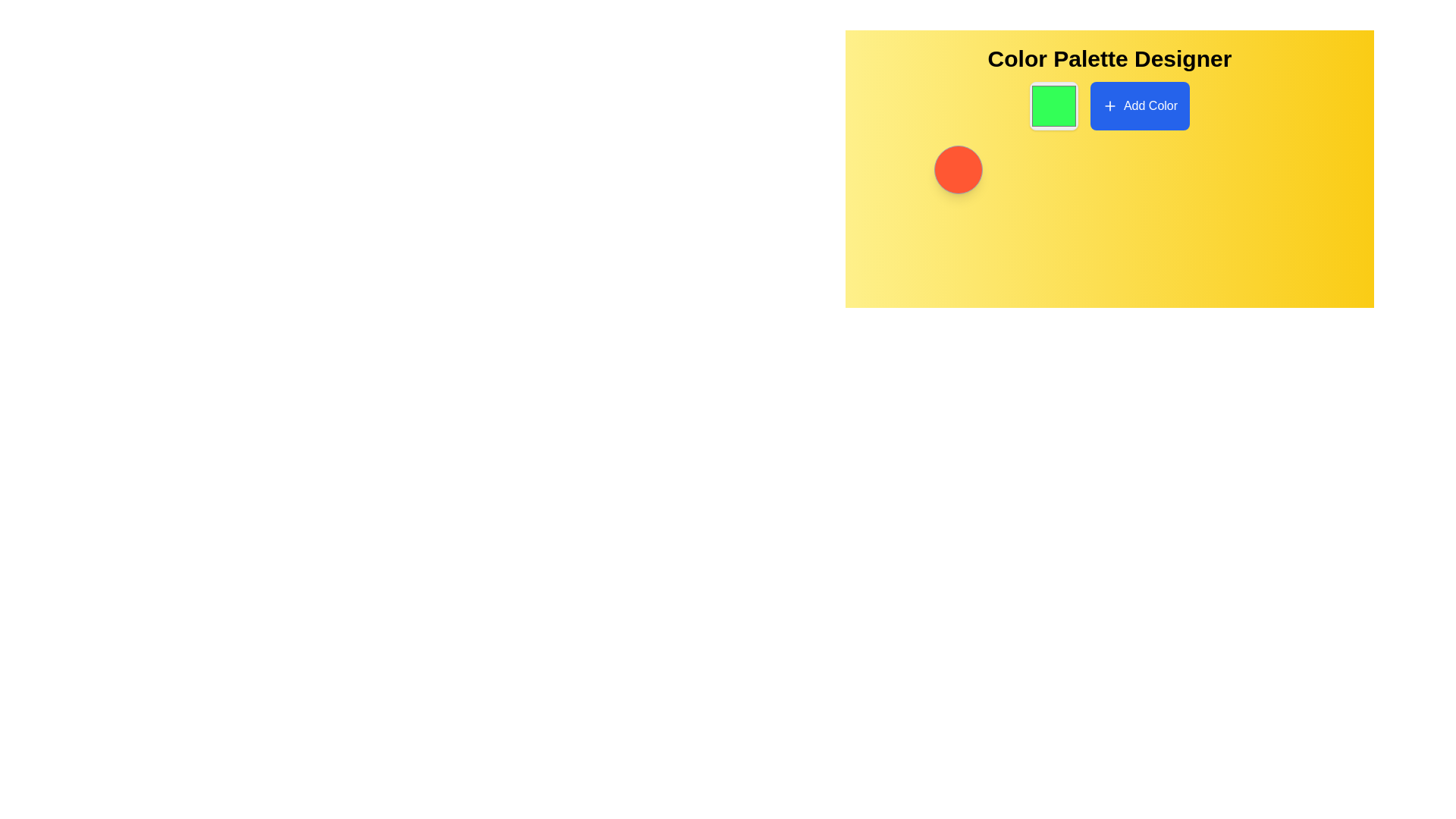 This screenshot has height=819, width=1456. I want to click on the button that allows users, so click(1140, 105).